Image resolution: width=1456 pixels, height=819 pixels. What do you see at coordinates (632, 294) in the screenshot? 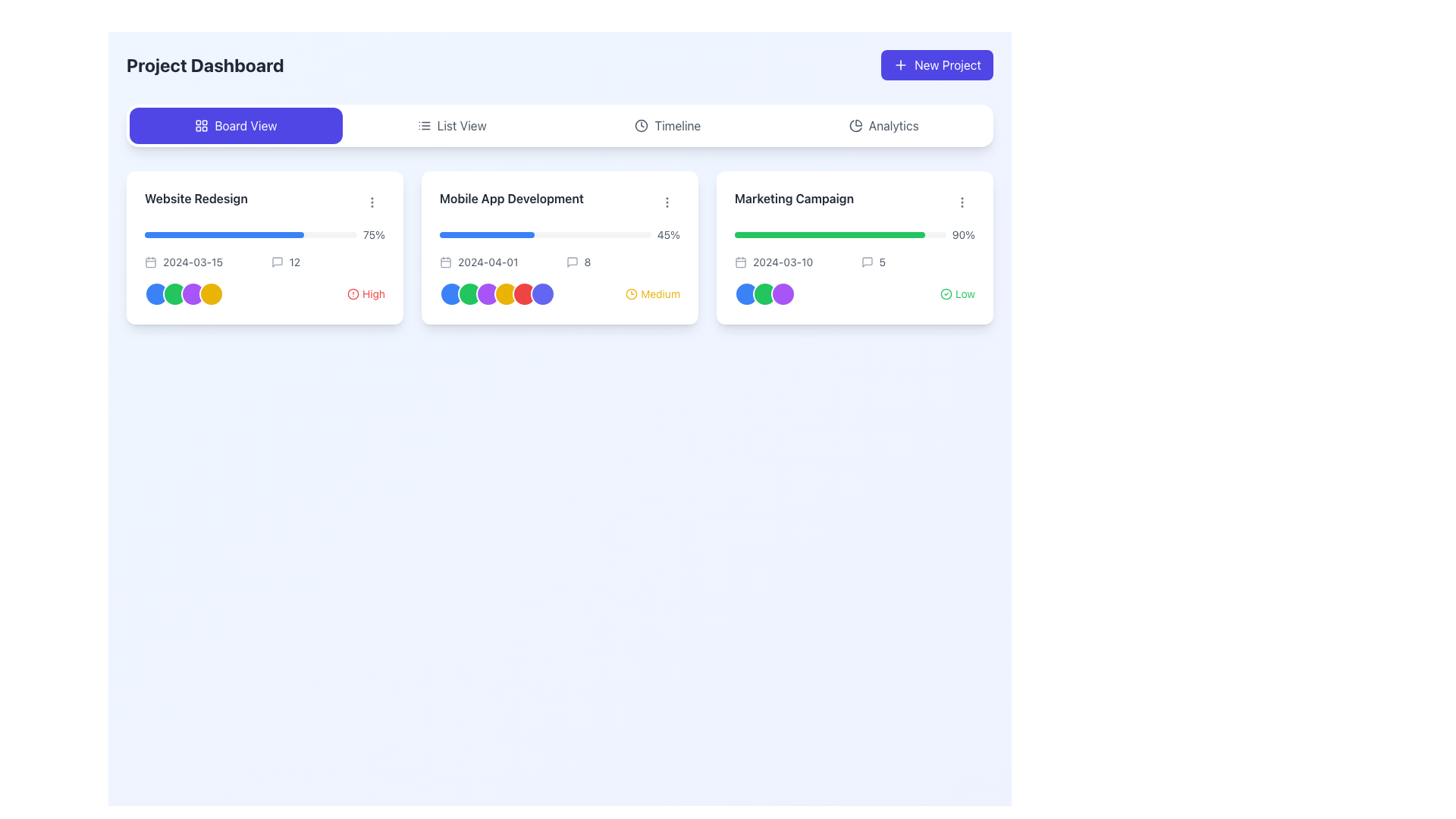
I see `the clock-shaped icon with a yellow outline located in the second card, to the left of the 'Medium' text` at bounding box center [632, 294].